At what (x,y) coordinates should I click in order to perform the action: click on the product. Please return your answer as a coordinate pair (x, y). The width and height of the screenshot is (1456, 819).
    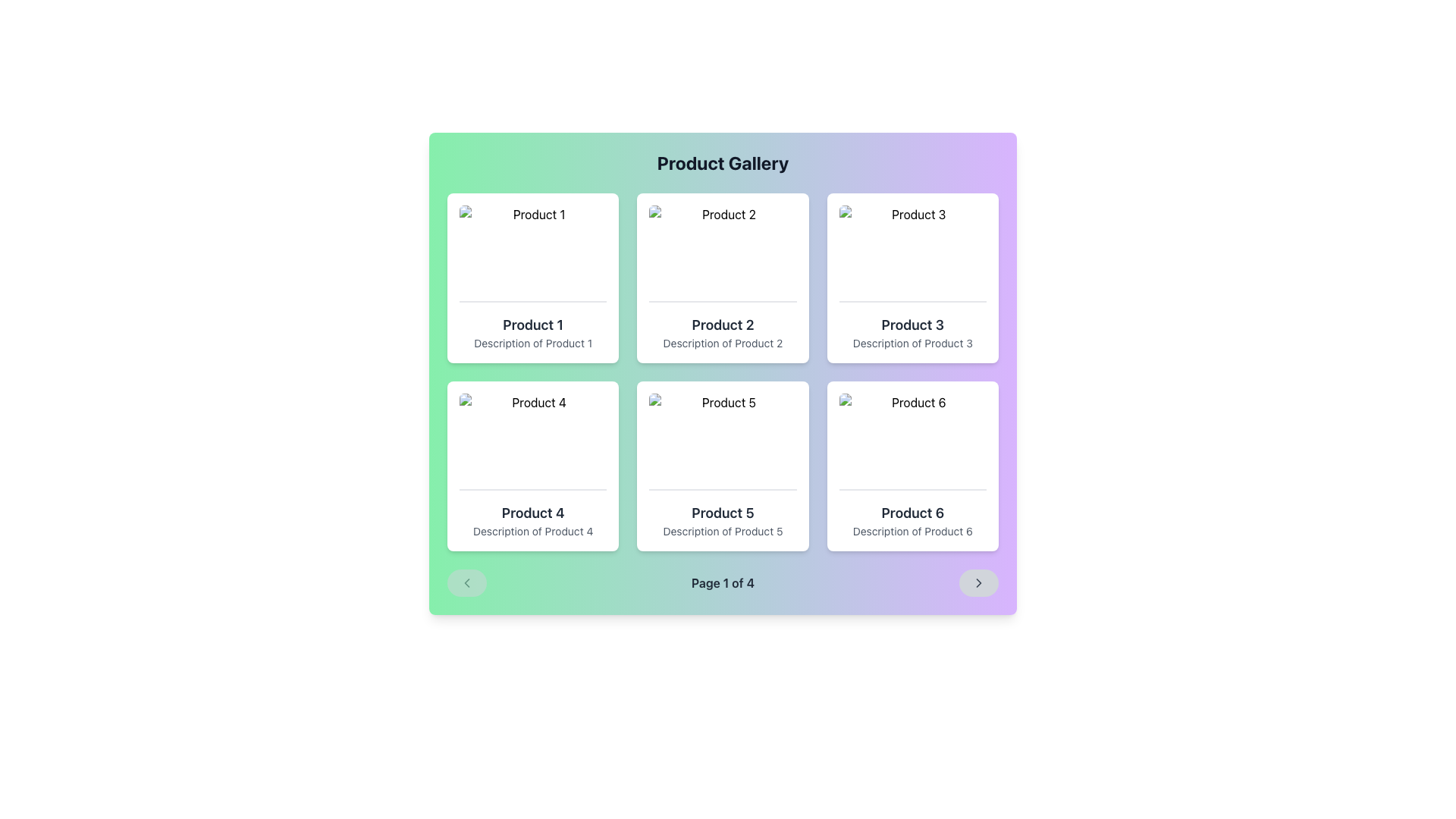
    Looking at the image, I should click on (722, 513).